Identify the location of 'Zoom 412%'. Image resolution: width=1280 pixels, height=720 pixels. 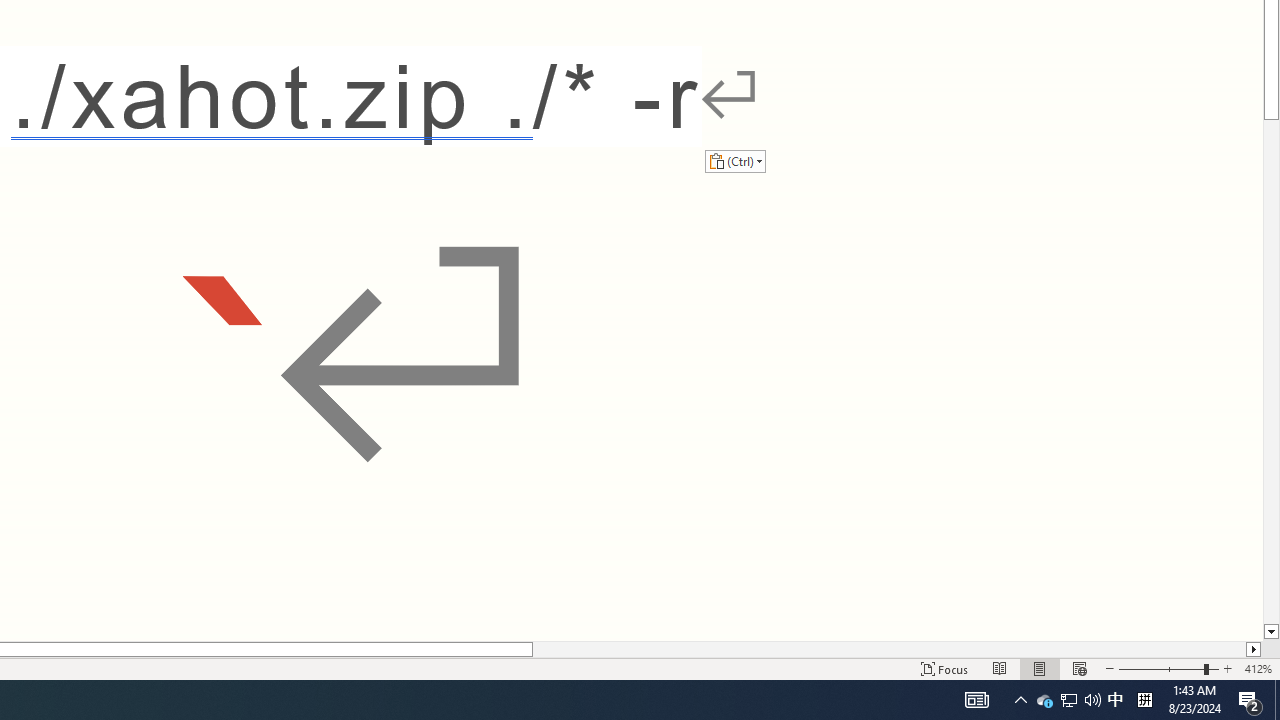
(1257, 669).